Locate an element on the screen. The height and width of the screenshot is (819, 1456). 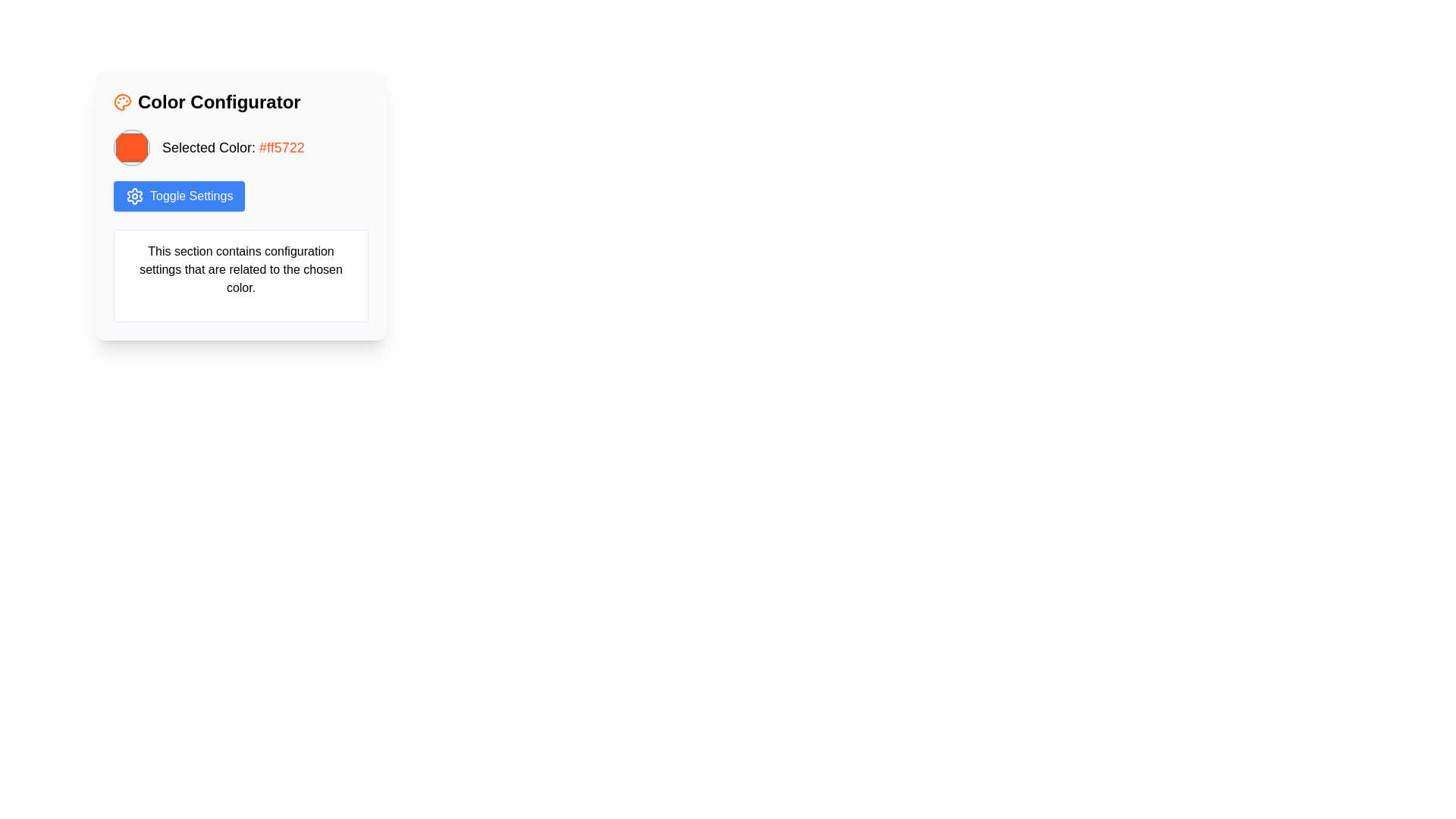
the 'Toggle Settings' button, which is a rectangular button with a blue background and a gear icon, to change its appearance is located at coordinates (179, 195).